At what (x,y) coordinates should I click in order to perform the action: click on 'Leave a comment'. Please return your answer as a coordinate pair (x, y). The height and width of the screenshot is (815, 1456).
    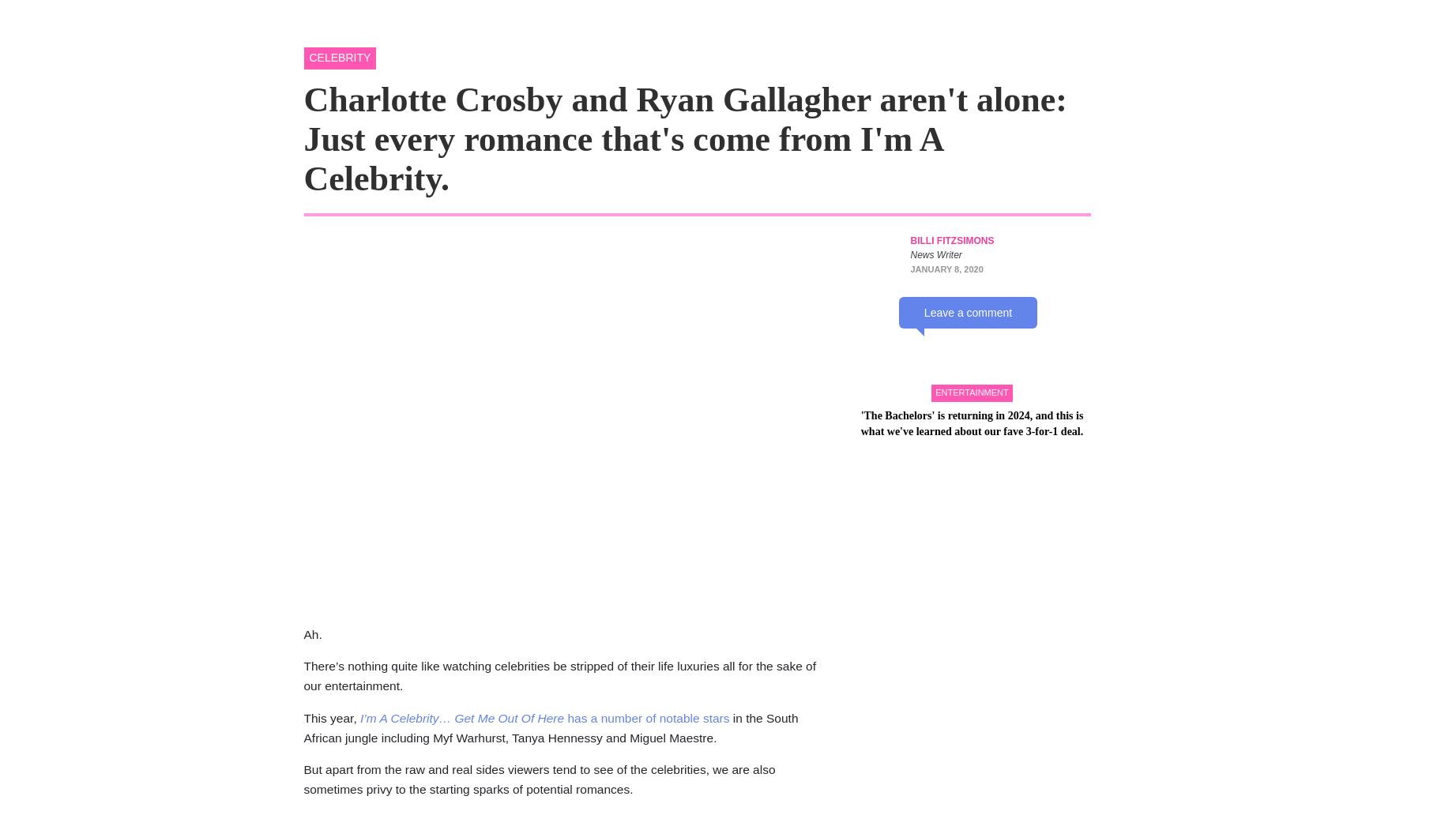
    Looking at the image, I should click on (968, 311).